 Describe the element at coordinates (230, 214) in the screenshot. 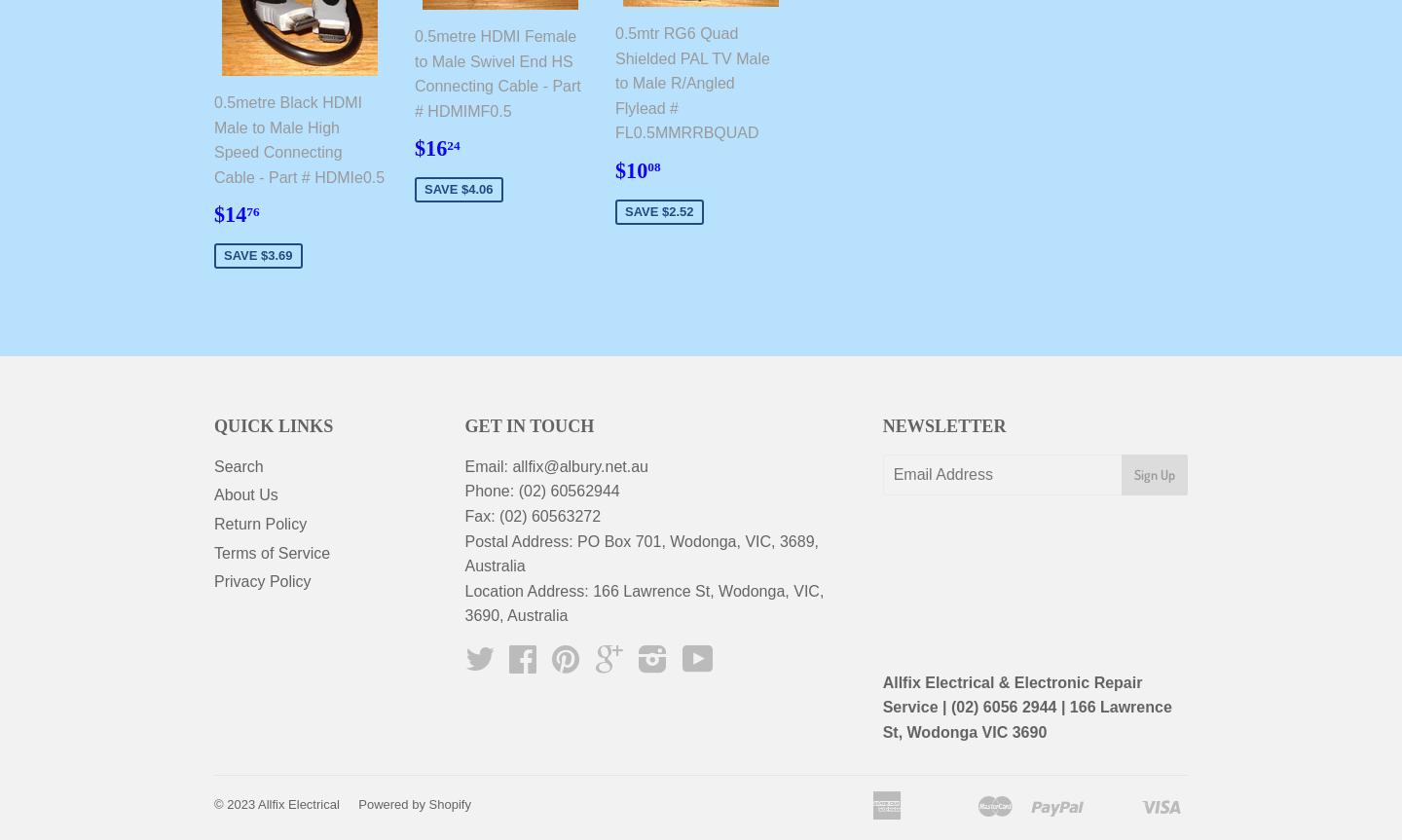

I see `'$14'` at that location.